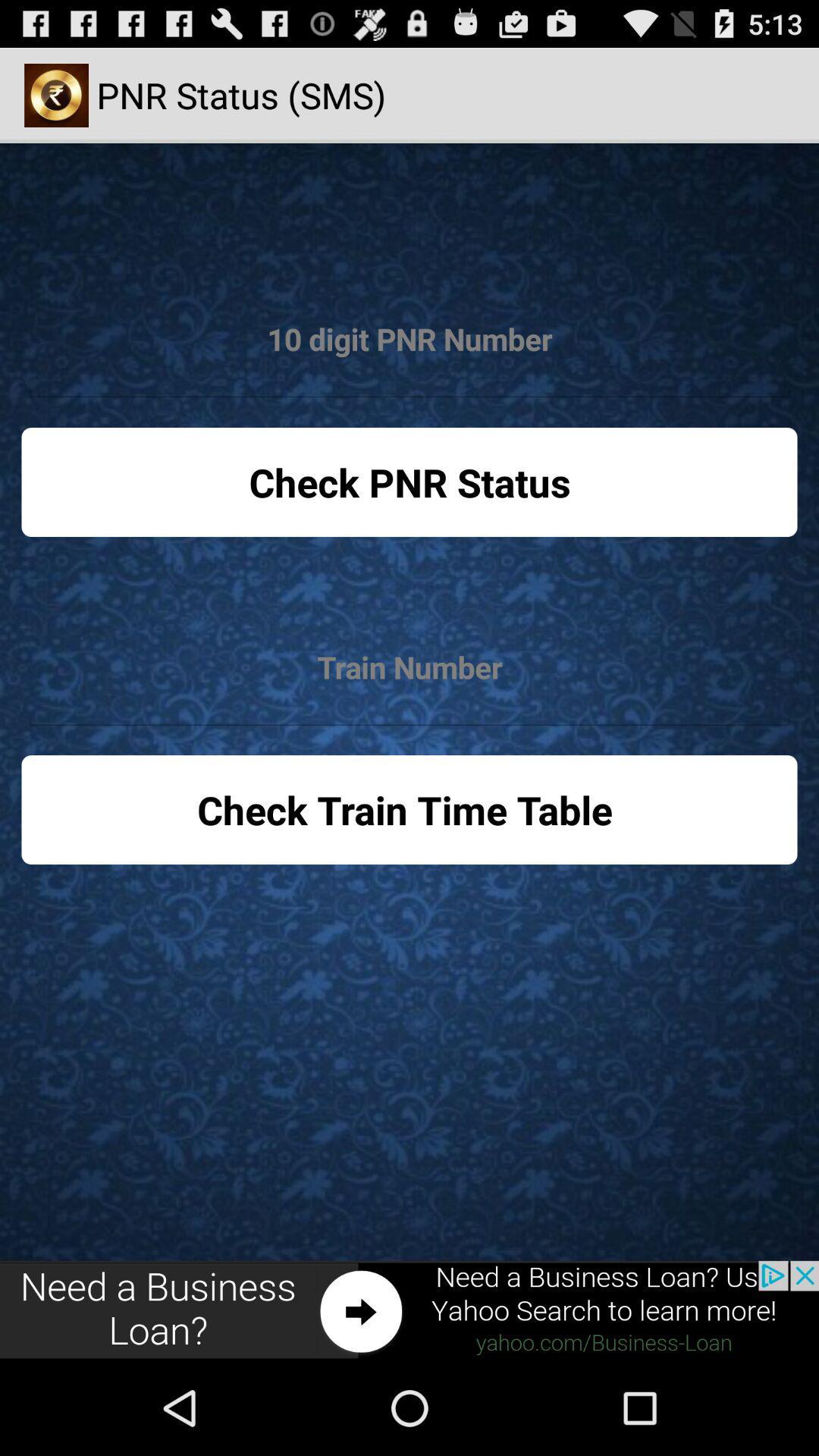 Image resolution: width=819 pixels, height=1456 pixels. Describe the element at coordinates (409, 667) in the screenshot. I see `input train number` at that location.